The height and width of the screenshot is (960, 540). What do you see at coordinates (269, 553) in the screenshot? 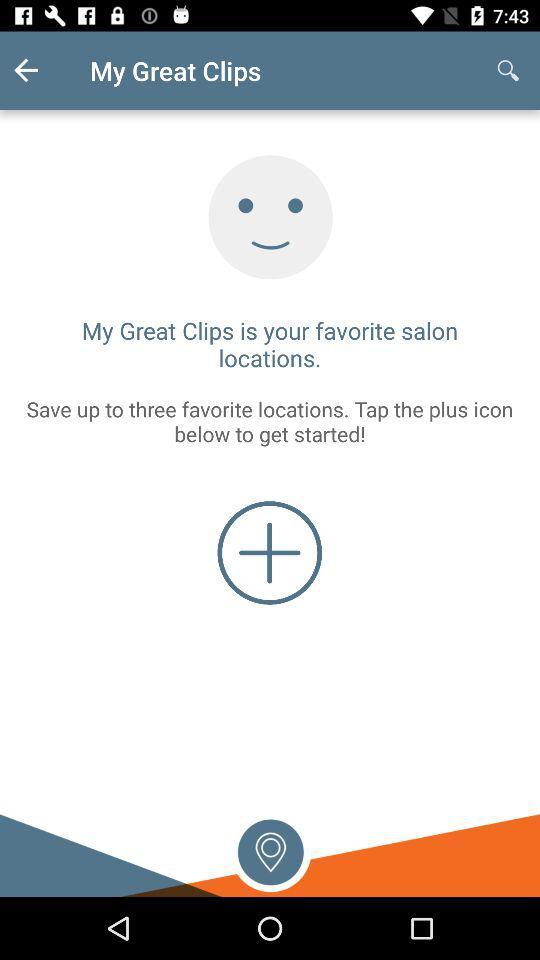
I see `the add icon` at bounding box center [269, 553].